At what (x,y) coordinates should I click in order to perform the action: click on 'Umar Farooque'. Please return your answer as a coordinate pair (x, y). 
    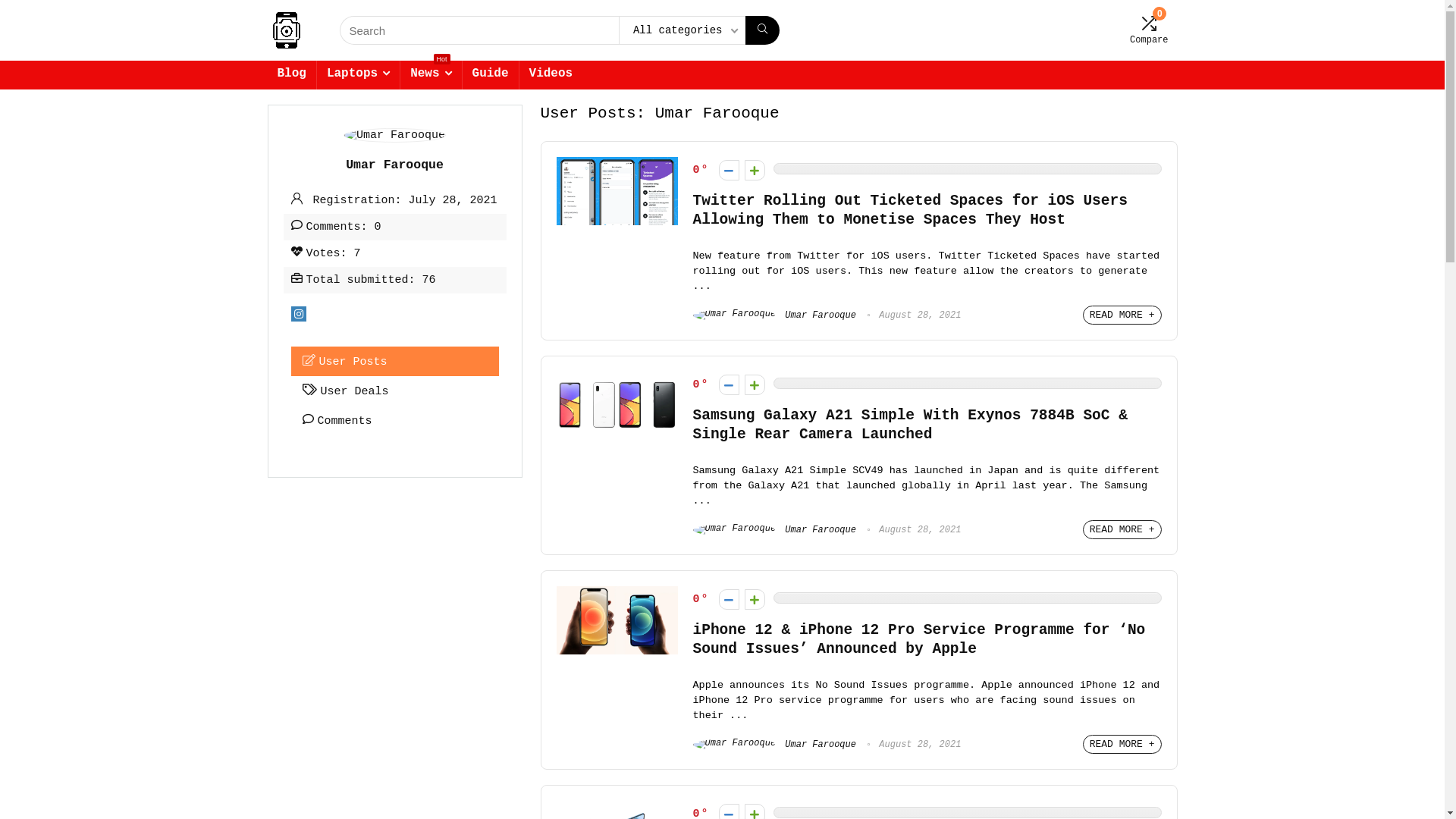
    Looking at the image, I should click on (774, 315).